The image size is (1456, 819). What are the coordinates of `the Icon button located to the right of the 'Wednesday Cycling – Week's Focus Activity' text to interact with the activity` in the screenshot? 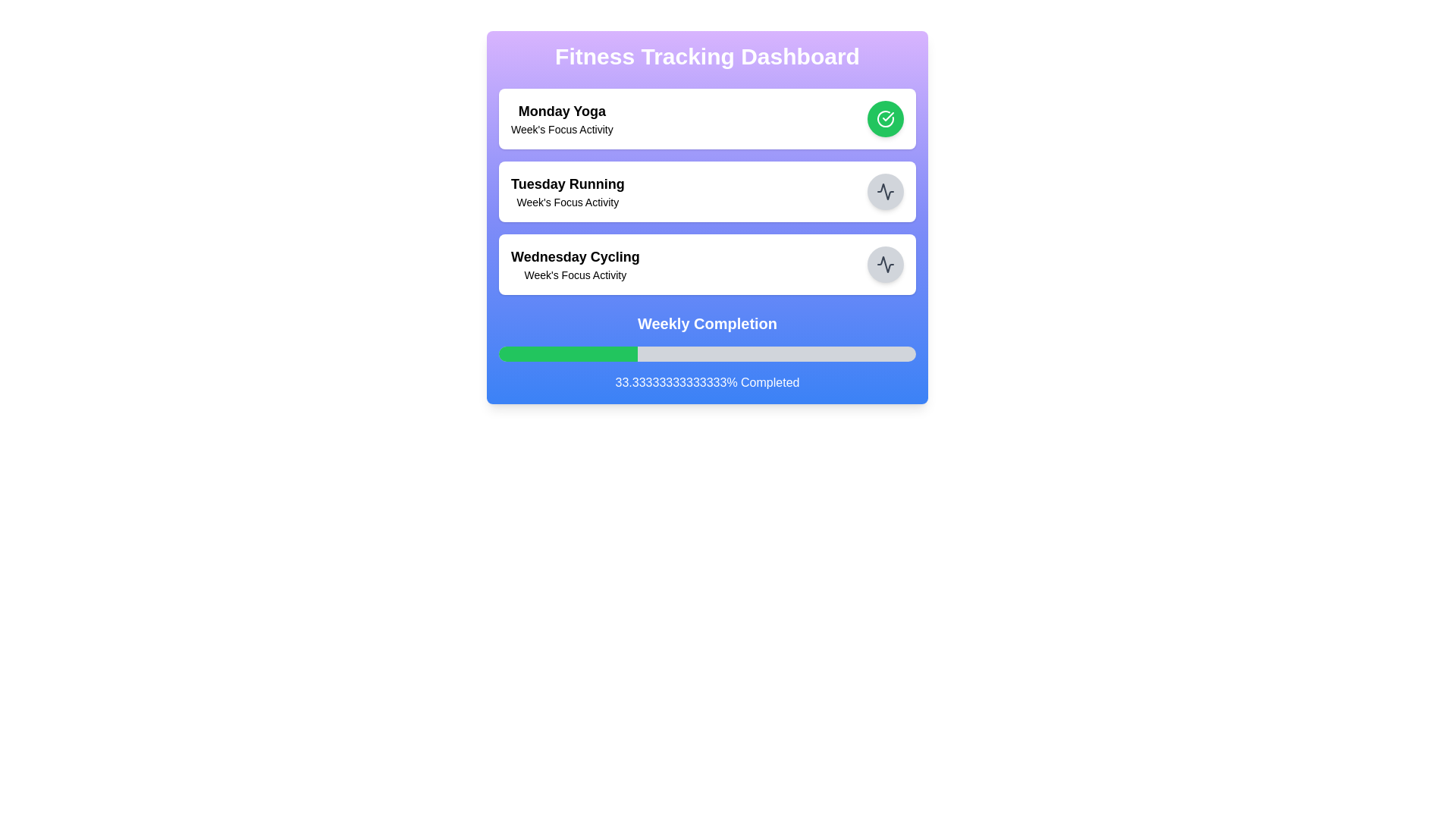 It's located at (885, 263).